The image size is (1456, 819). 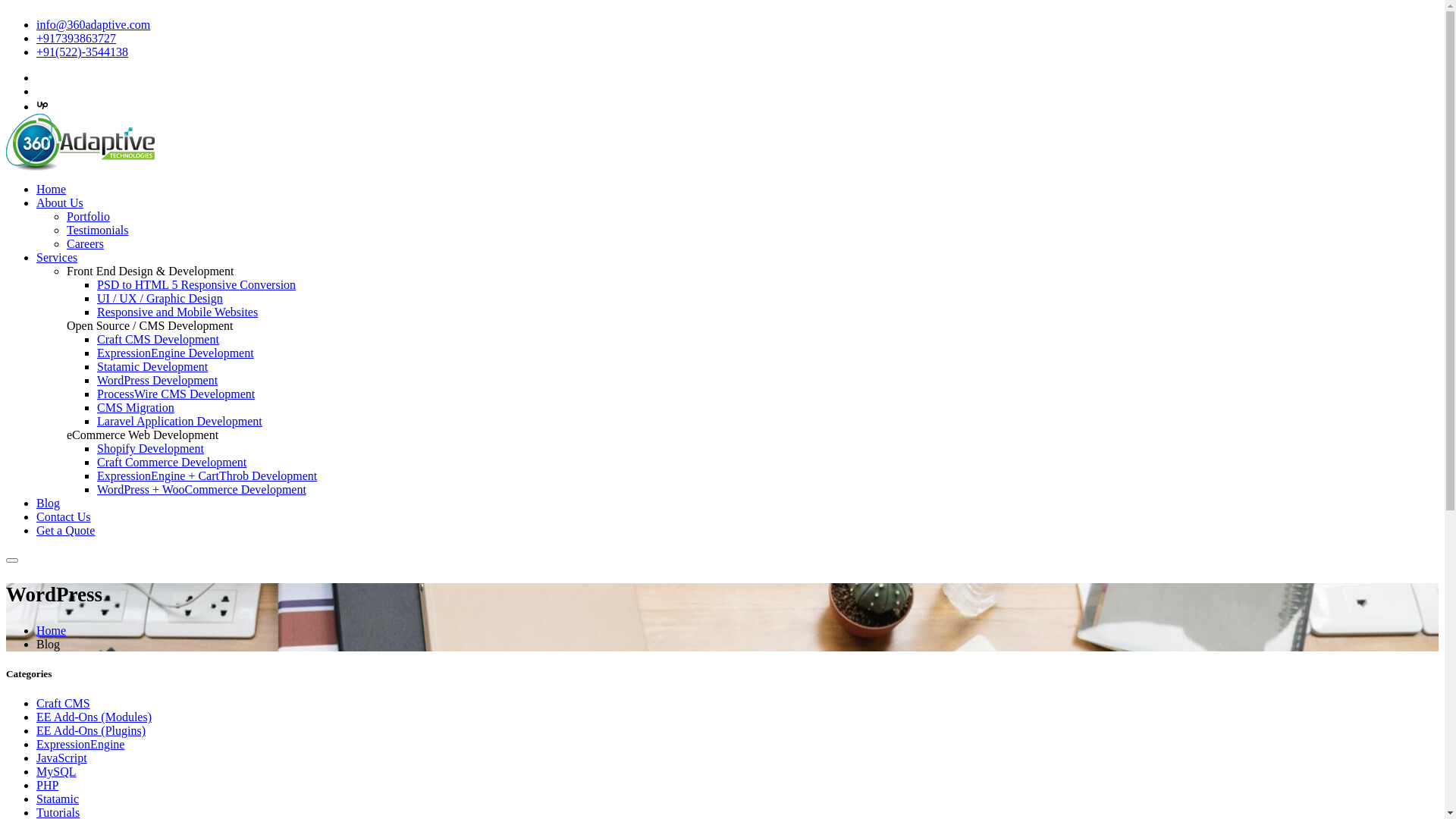 What do you see at coordinates (47, 785) in the screenshot?
I see `'PHP'` at bounding box center [47, 785].